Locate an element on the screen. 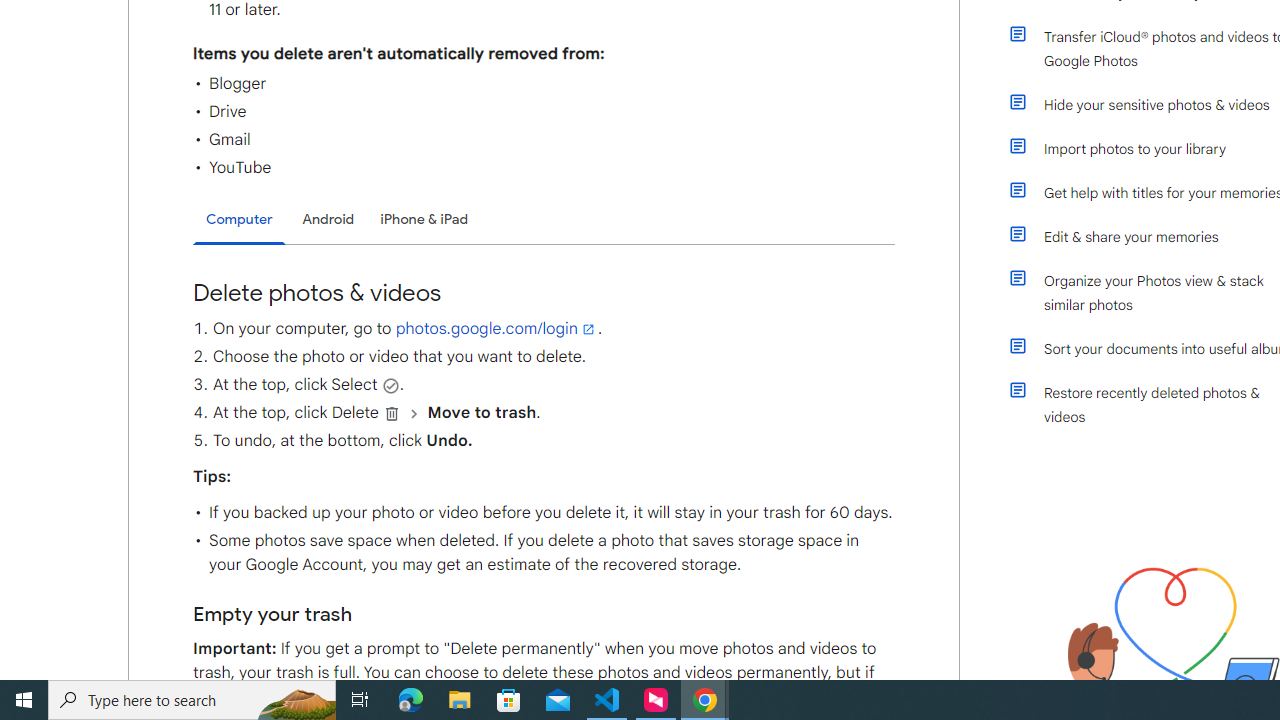 Image resolution: width=1280 pixels, height=720 pixels. 'Android' is located at coordinates (328, 219).